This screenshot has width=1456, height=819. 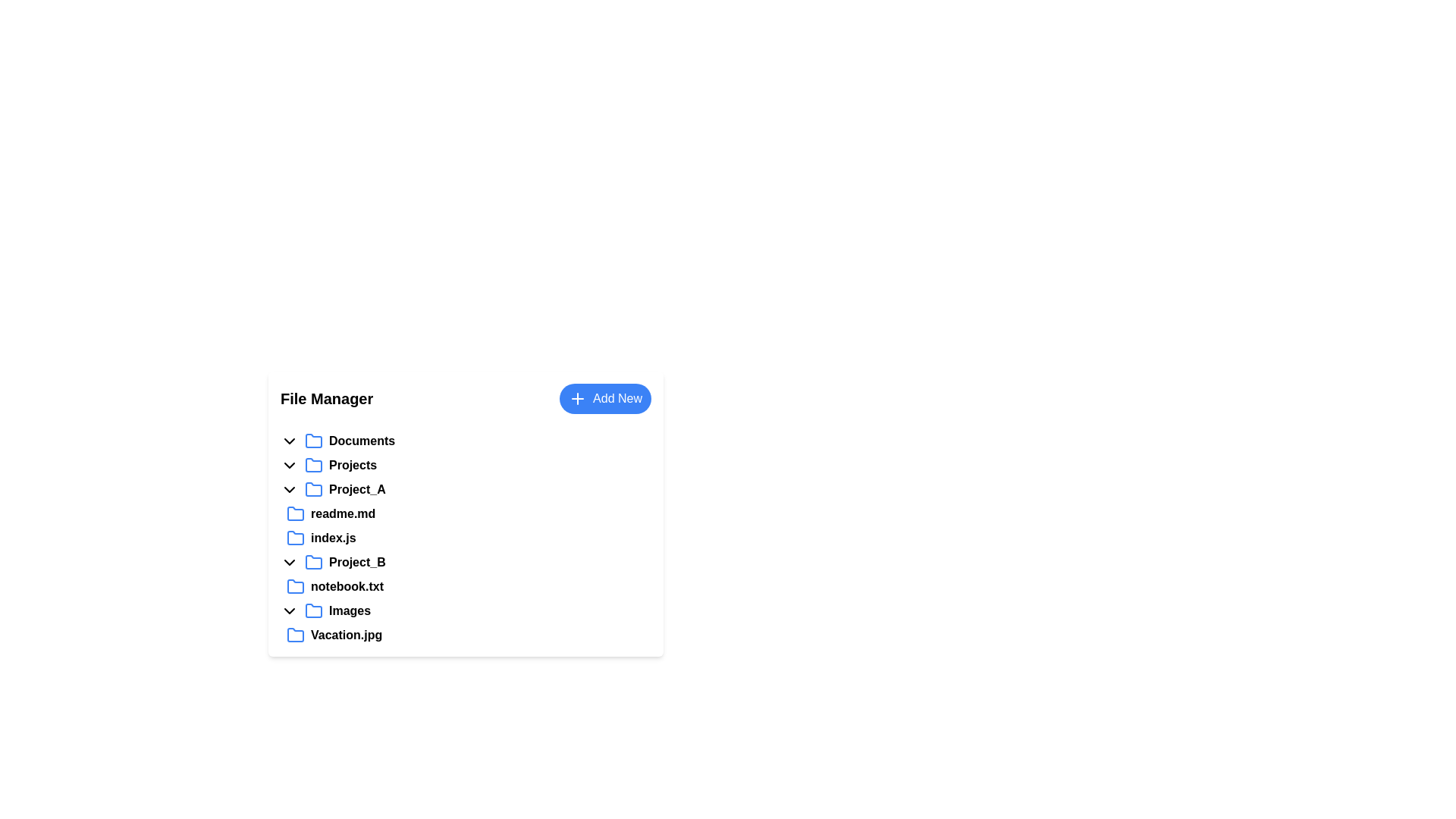 What do you see at coordinates (342, 513) in the screenshot?
I see `the 'readme.md' label in the 'Project_A' directory` at bounding box center [342, 513].